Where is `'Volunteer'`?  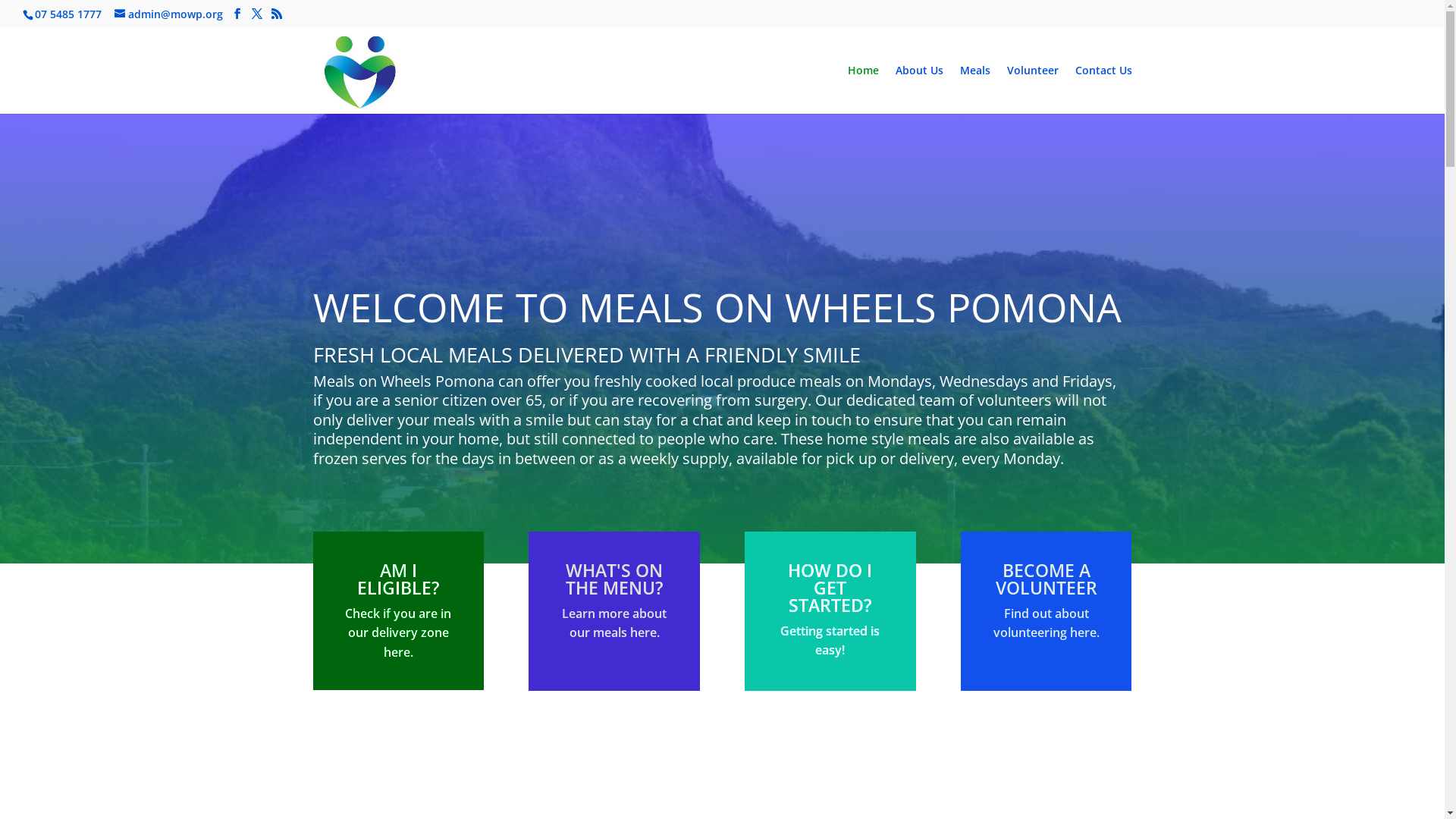
'Volunteer' is located at coordinates (1032, 89).